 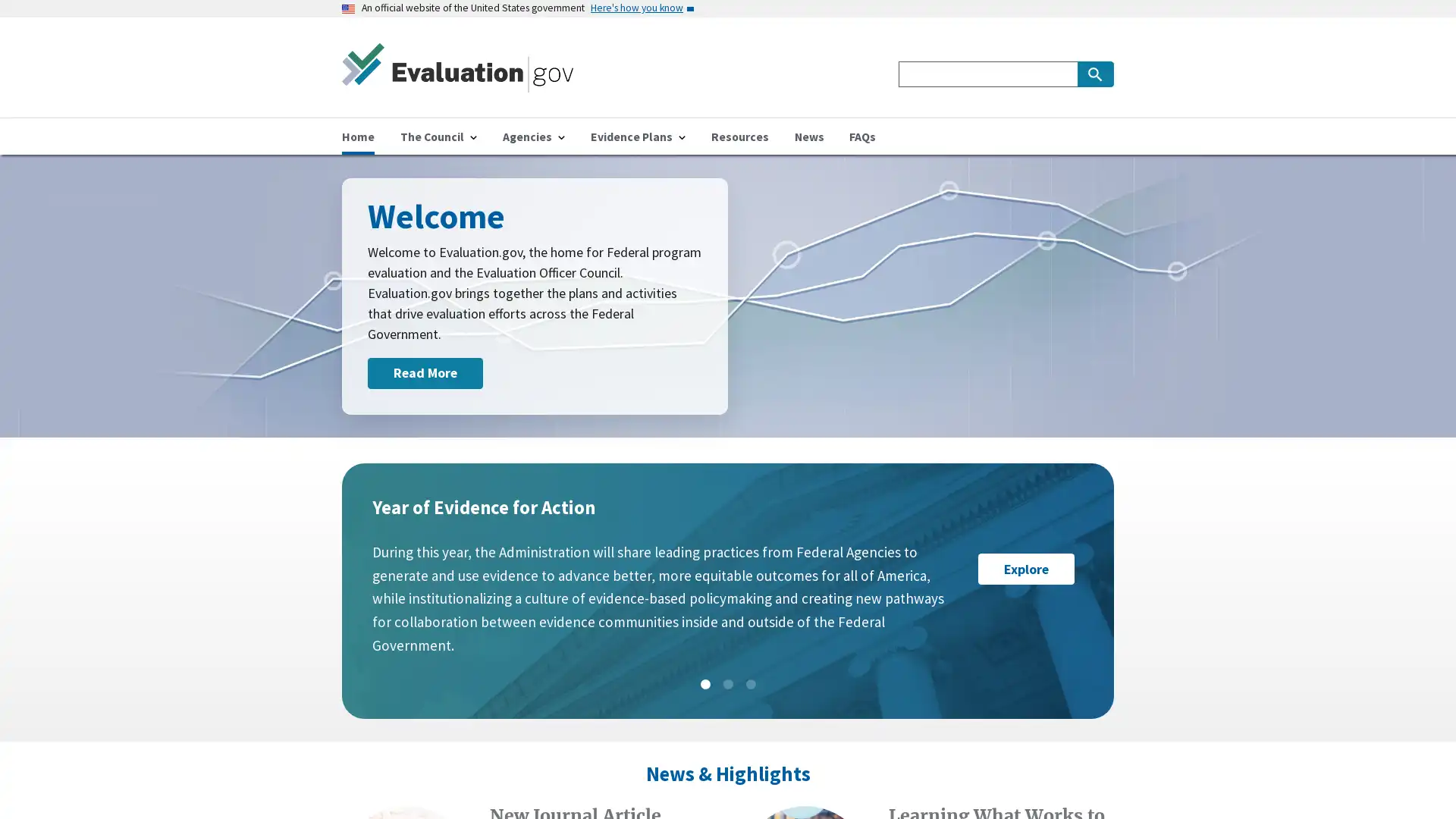 I want to click on Agencies, so click(x=533, y=136).